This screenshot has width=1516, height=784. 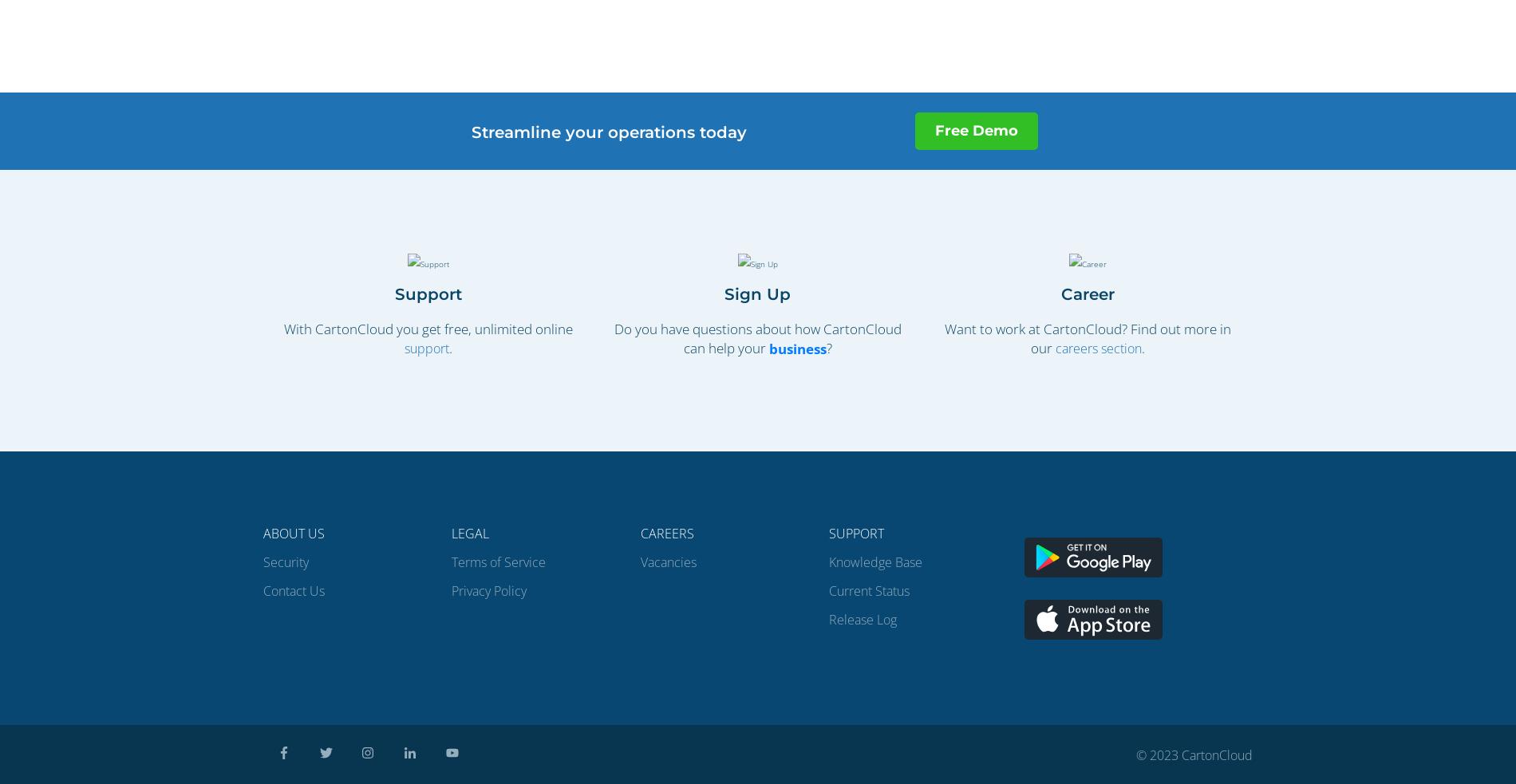 What do you see at coordinates (285, 561) in the screenshot?
I see `'Security'` at bounding box center [285, 561].